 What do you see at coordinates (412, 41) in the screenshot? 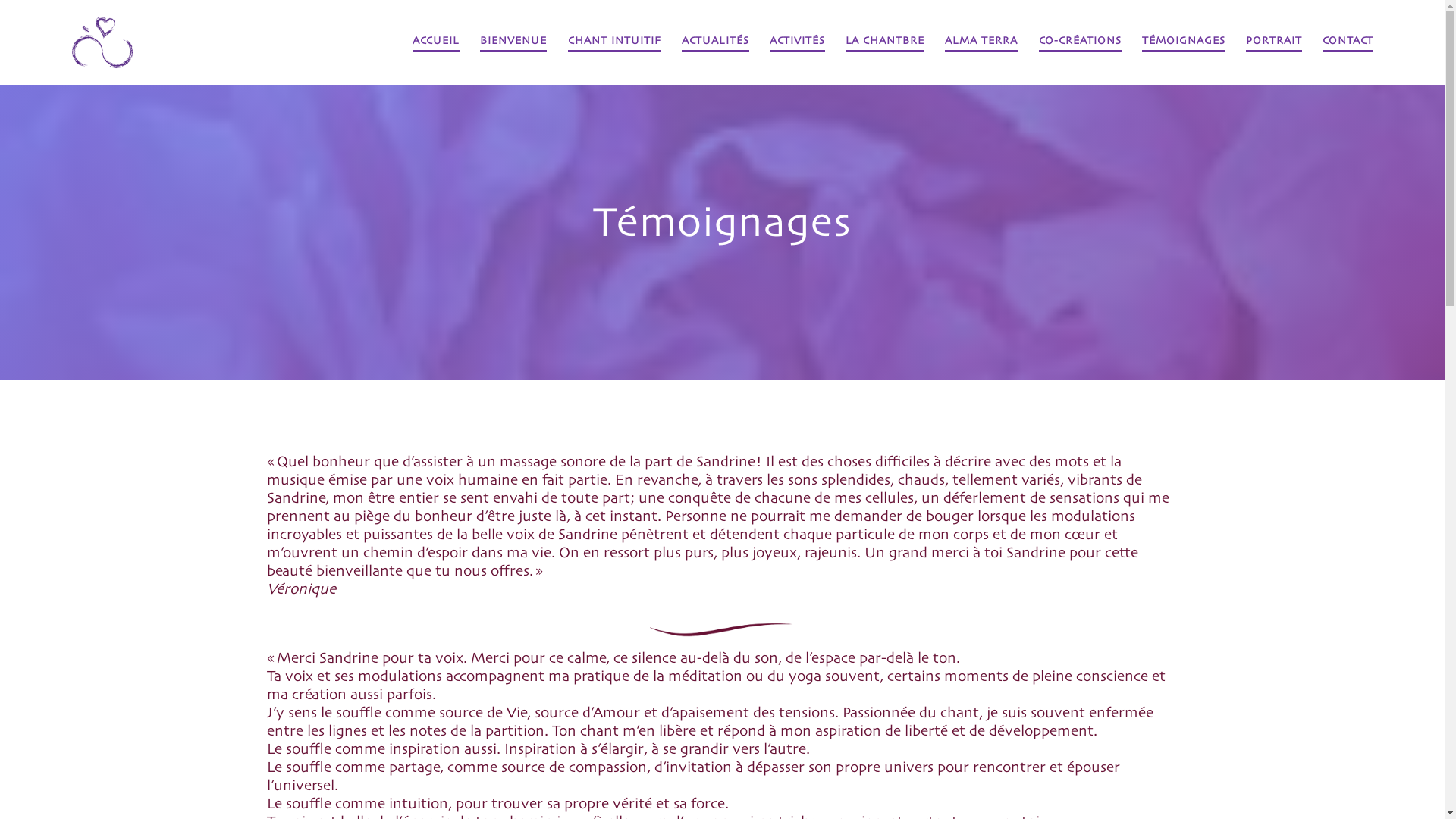
I see `'ACCUEIL'` at bounding box center [412, 41].